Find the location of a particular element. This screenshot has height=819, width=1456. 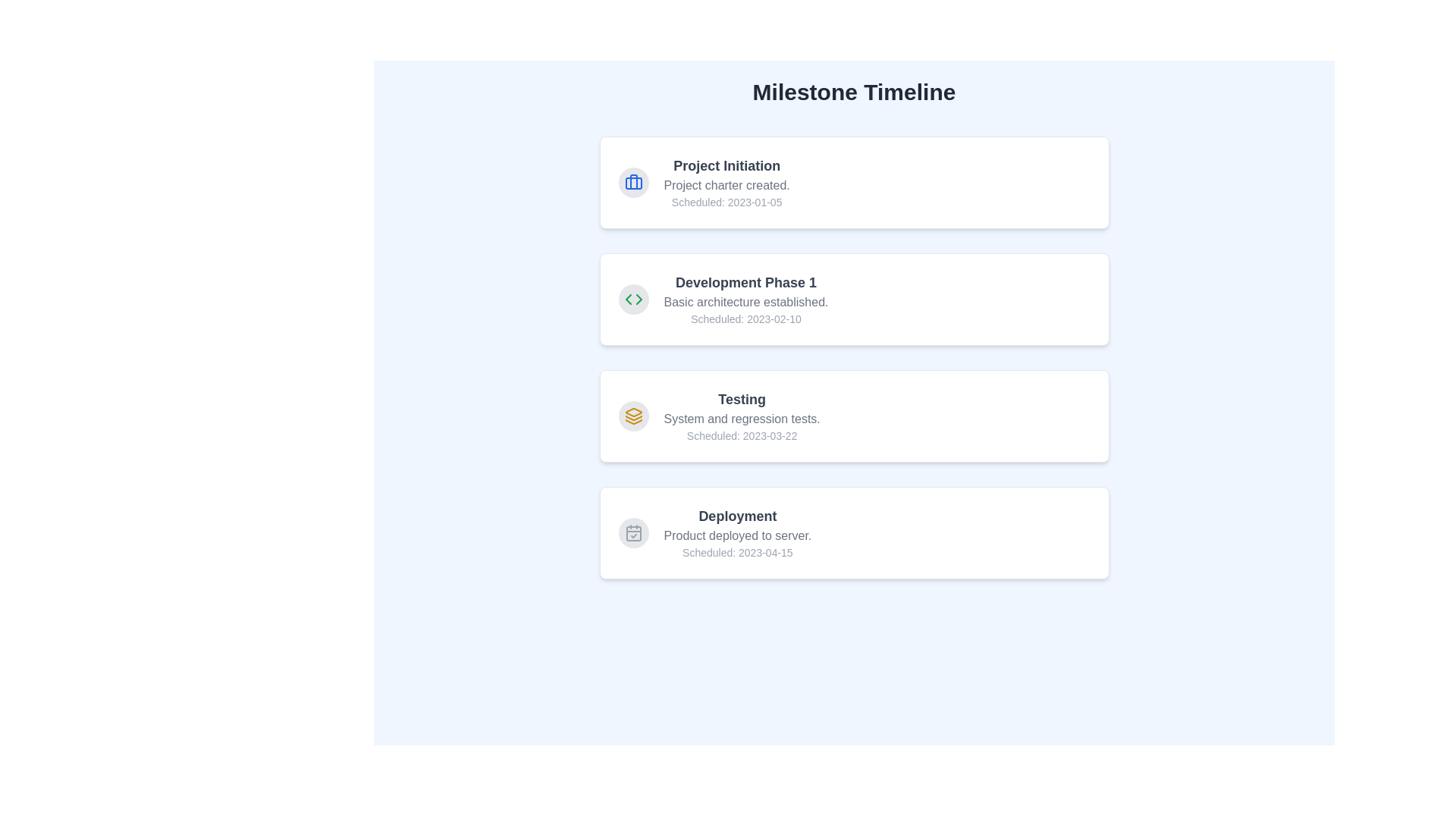

the SVG Rectangle that represents the 'Project Initiation' milestone icon, located in the uppermost milestone box of the timeline is located at coordinates (633, 183).